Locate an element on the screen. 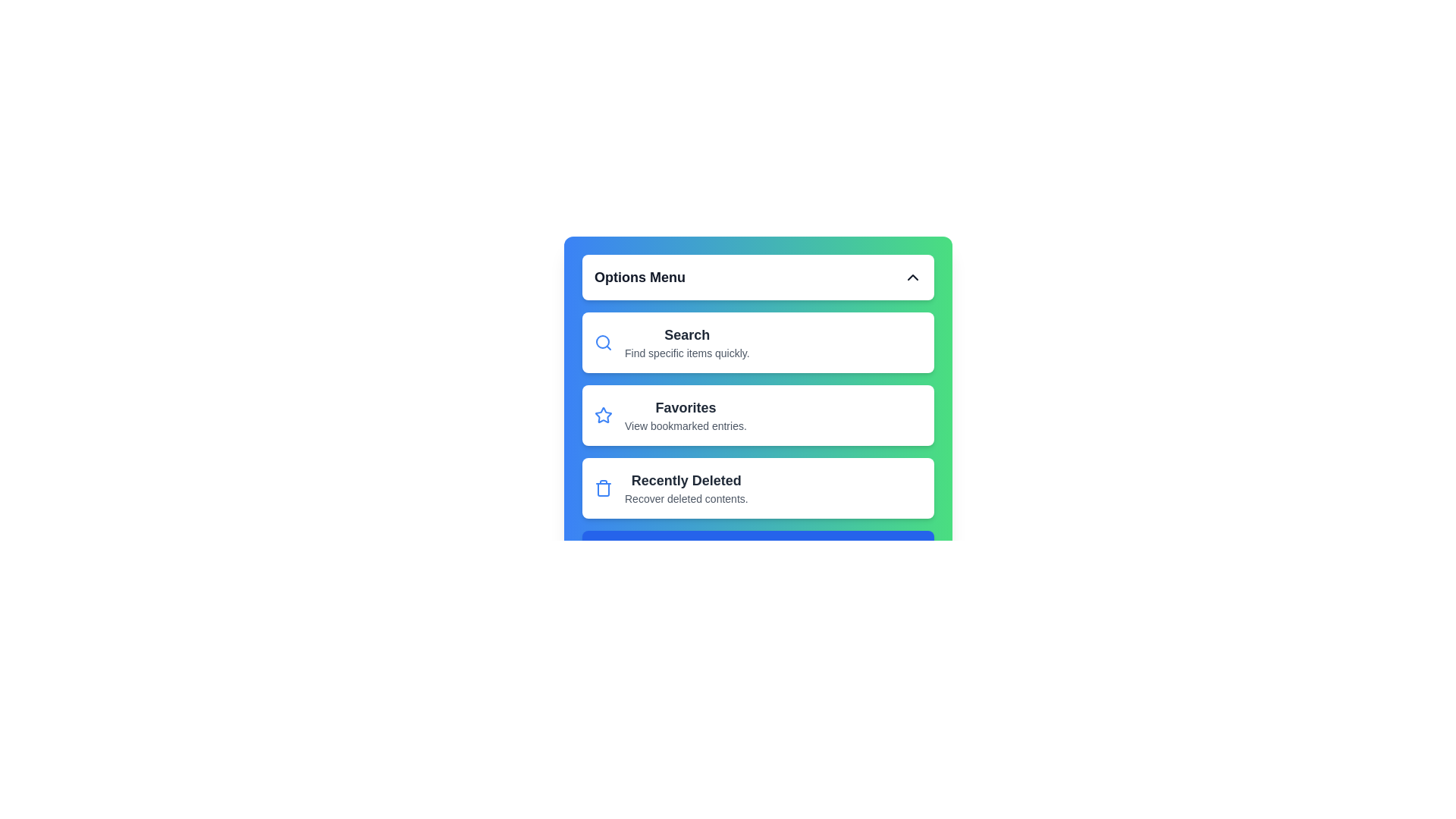 Image resolution: width=1456 pixels, height=819 pixels. the 'Favorites' label, which is a bold, large-sized text in dark gray color, positioned at the top of the menu box in the middle column, directly under 'Search' is located at coordinates (685, 406).